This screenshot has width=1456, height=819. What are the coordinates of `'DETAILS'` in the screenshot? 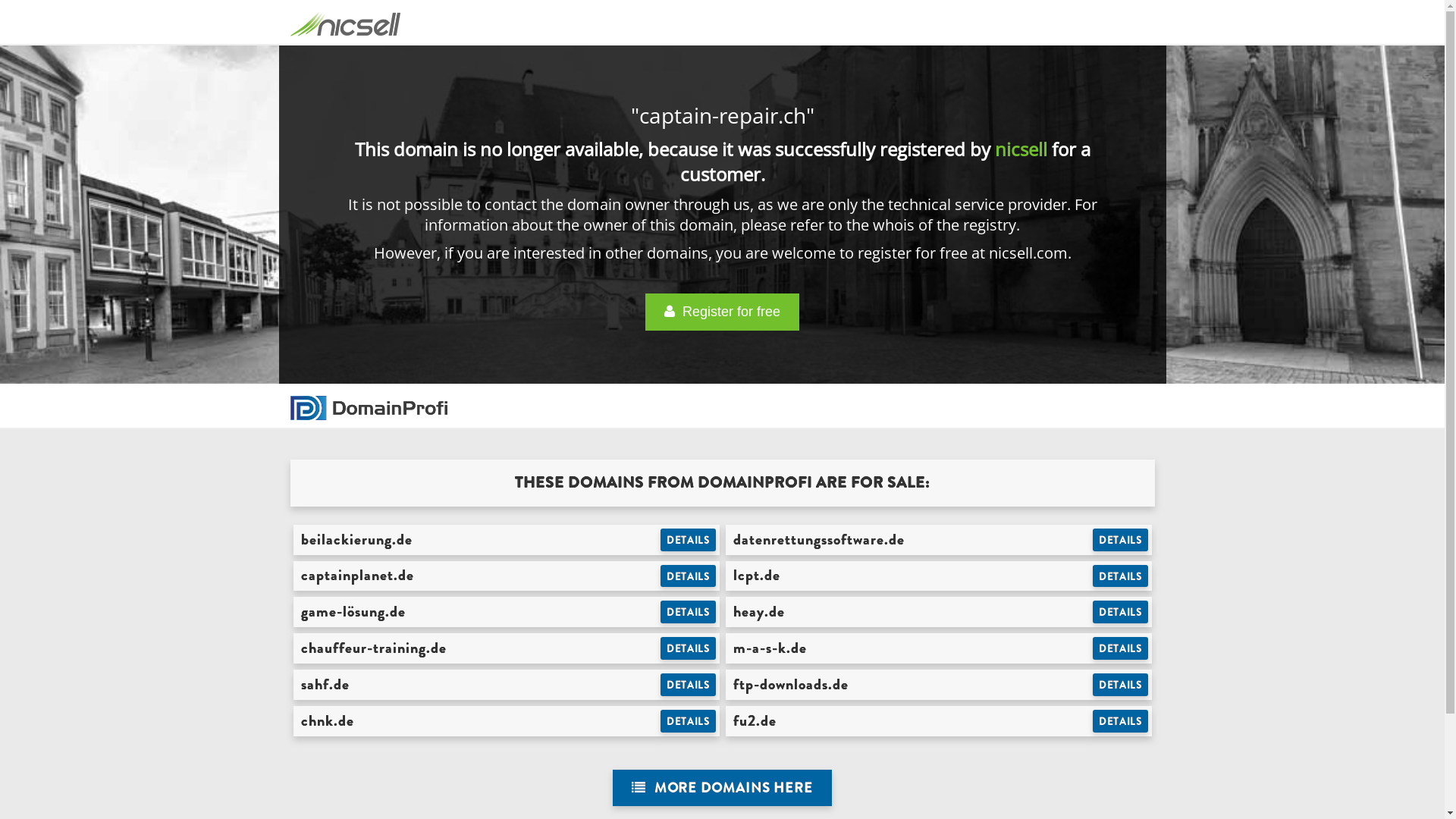 It's located at (687, 720).